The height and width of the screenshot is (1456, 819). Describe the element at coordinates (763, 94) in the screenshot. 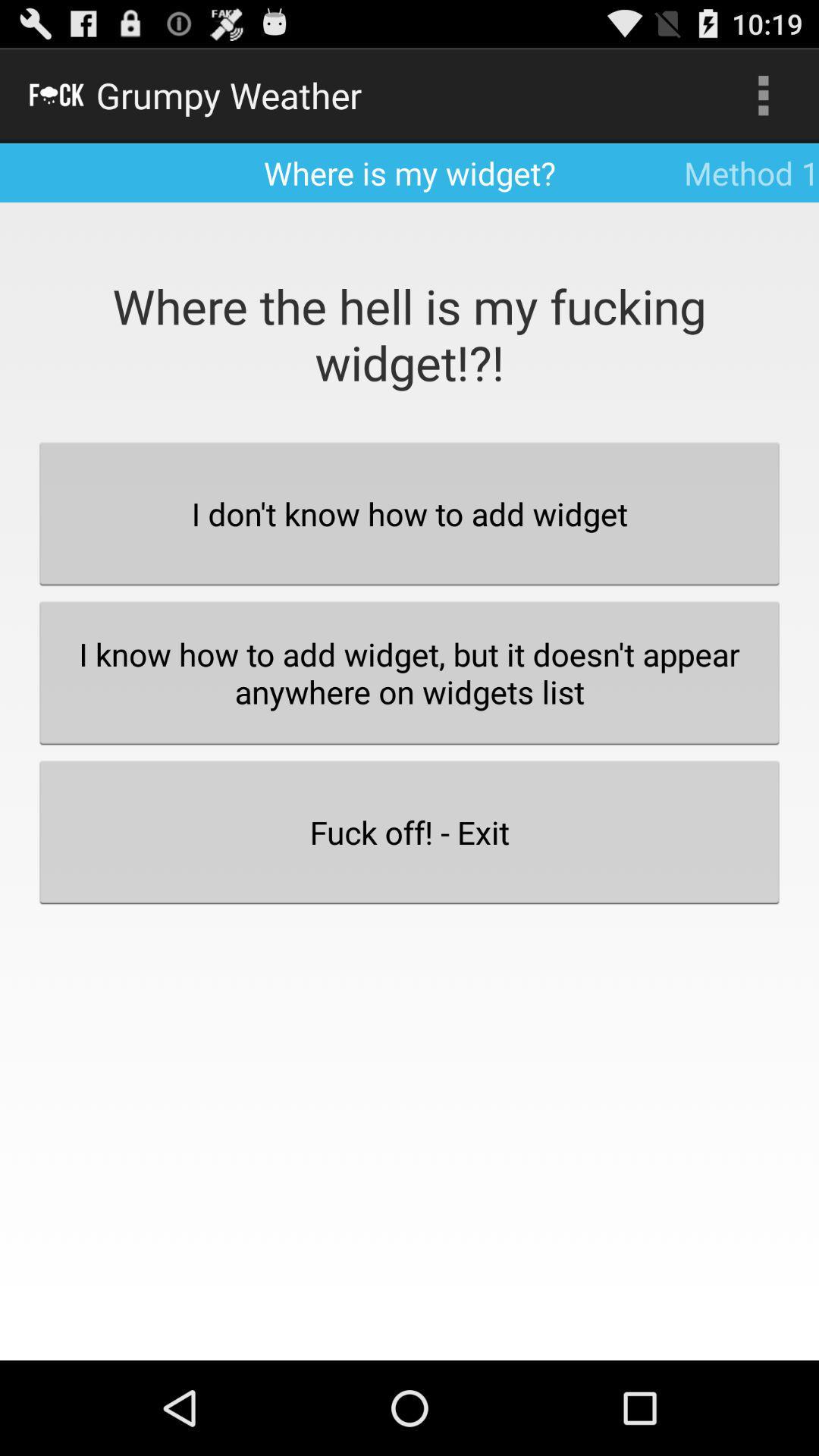

I see `item next to the where is my` at that location.